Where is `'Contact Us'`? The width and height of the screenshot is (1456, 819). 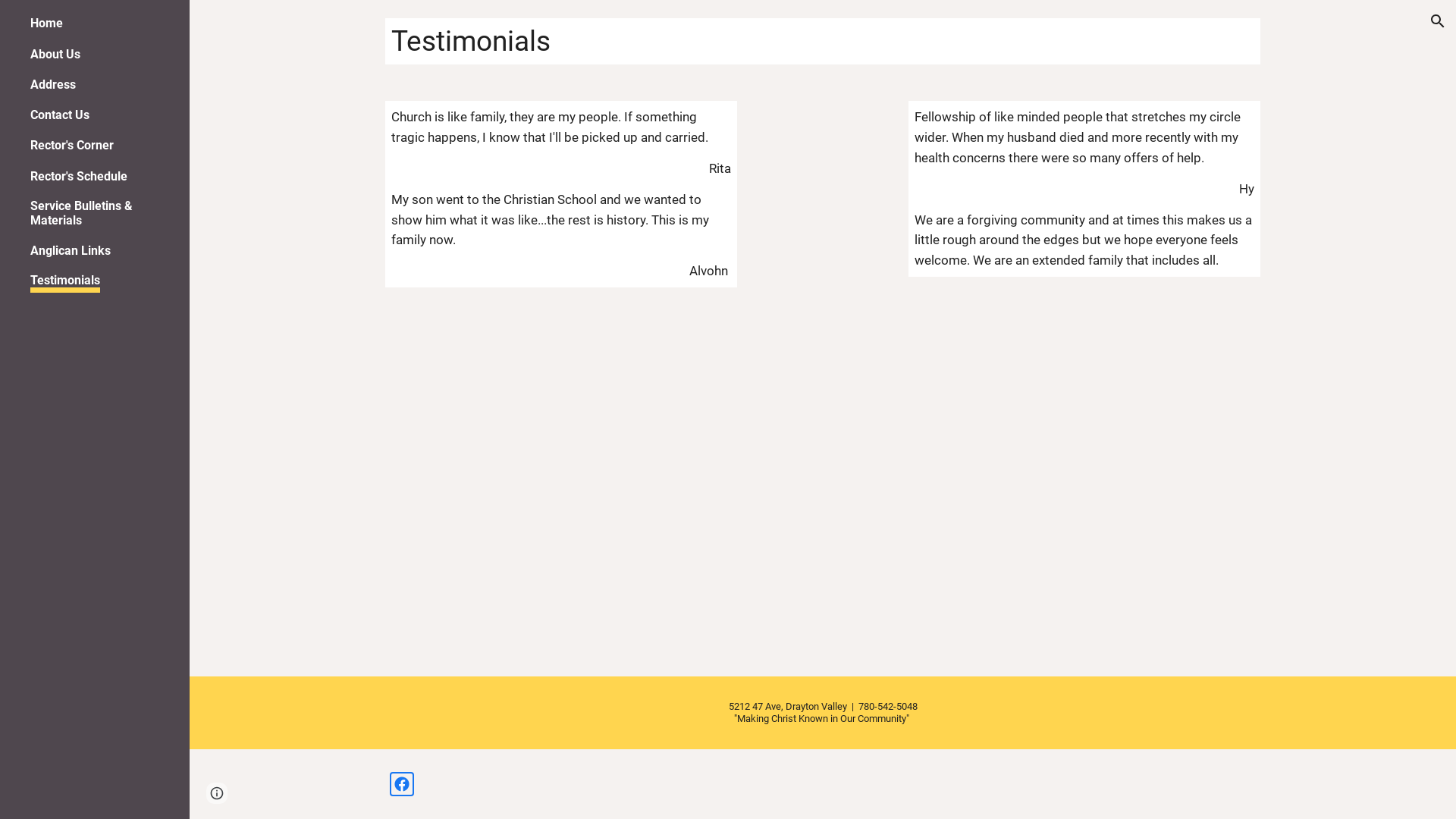
'Contact Us' is located at coordinates (30, 114).